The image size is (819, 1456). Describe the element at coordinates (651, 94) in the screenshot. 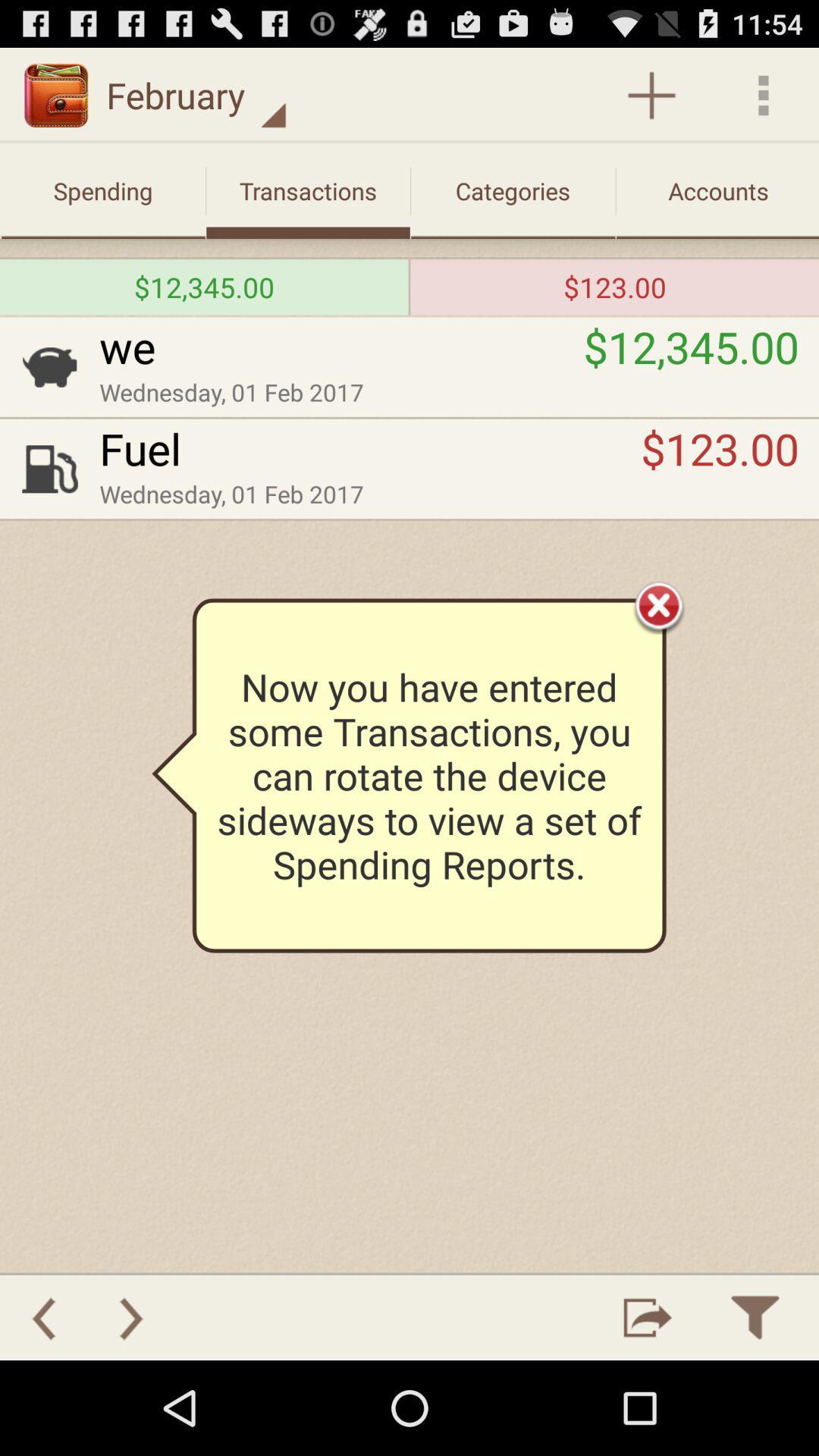

I see `the button next to february` at that location.